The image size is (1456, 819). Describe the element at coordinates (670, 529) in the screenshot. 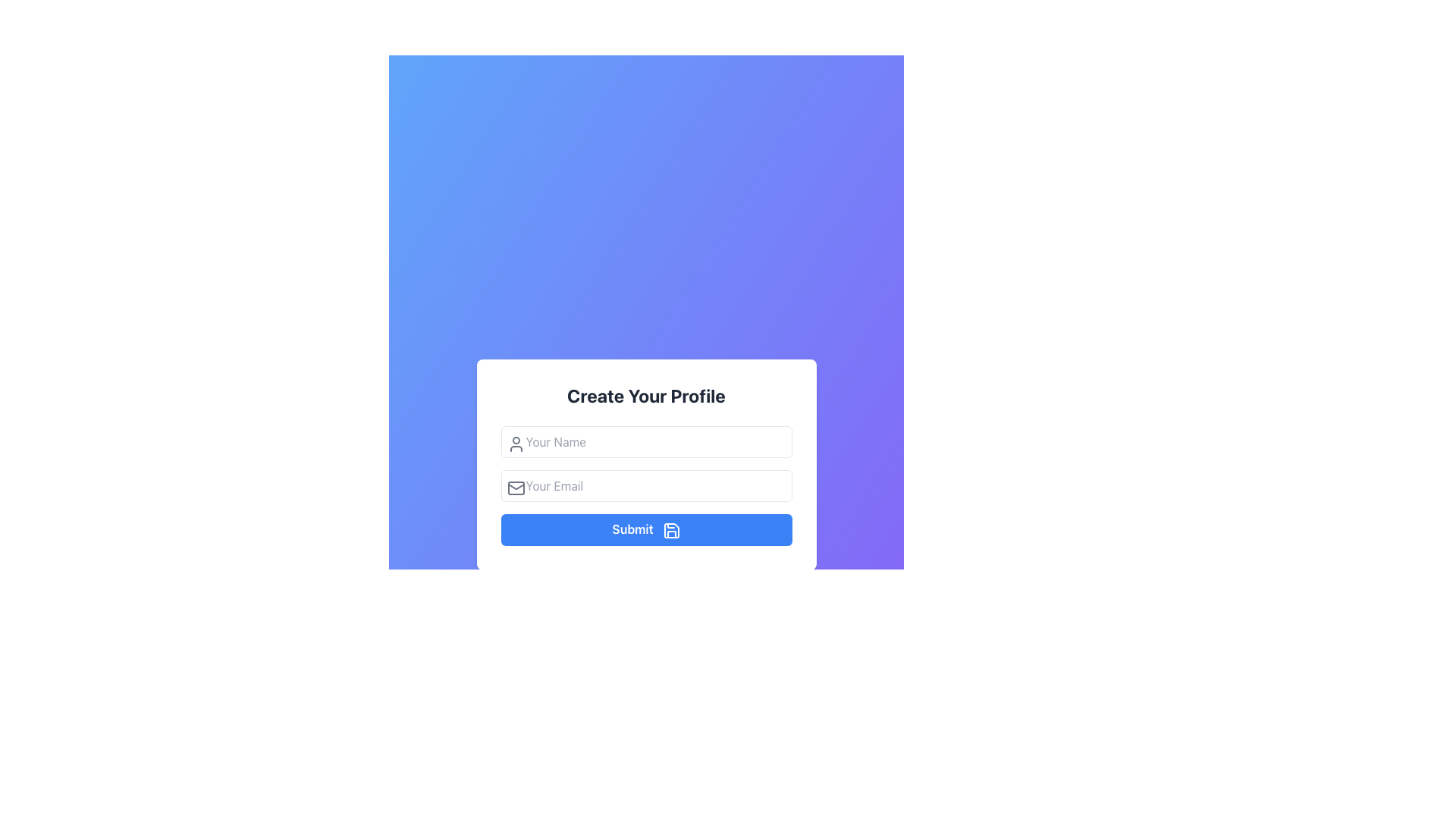

I see `the graphical diskette save icon located next to the 'Submit' button in the form section` at that location.